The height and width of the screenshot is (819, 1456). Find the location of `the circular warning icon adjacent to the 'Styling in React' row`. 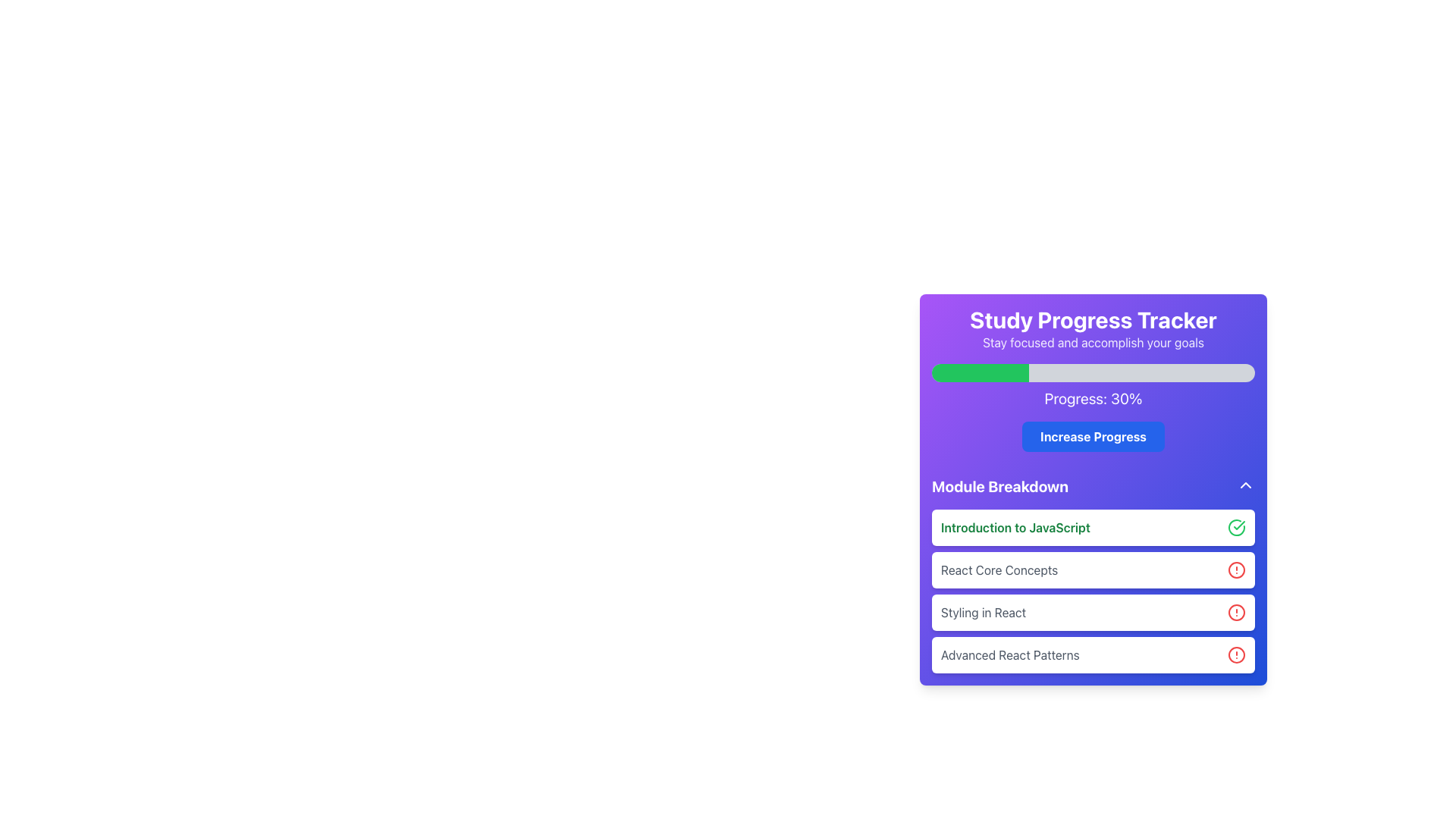

the circular warning icon adjacent to the 'Styling in React' row is located at coordinates (1237, 611).